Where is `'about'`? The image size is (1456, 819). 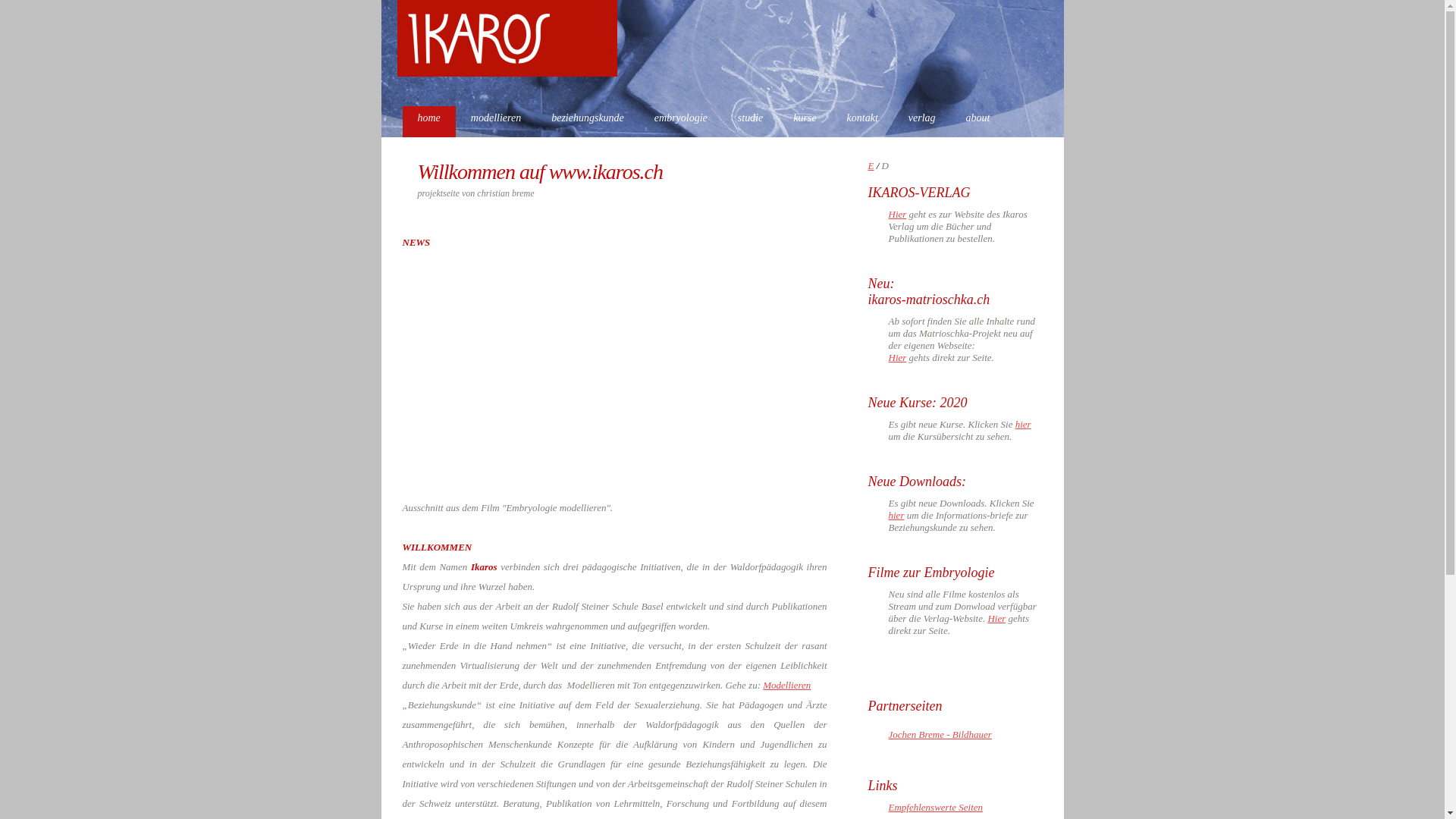
'about' is located at coordinates (978, 121).